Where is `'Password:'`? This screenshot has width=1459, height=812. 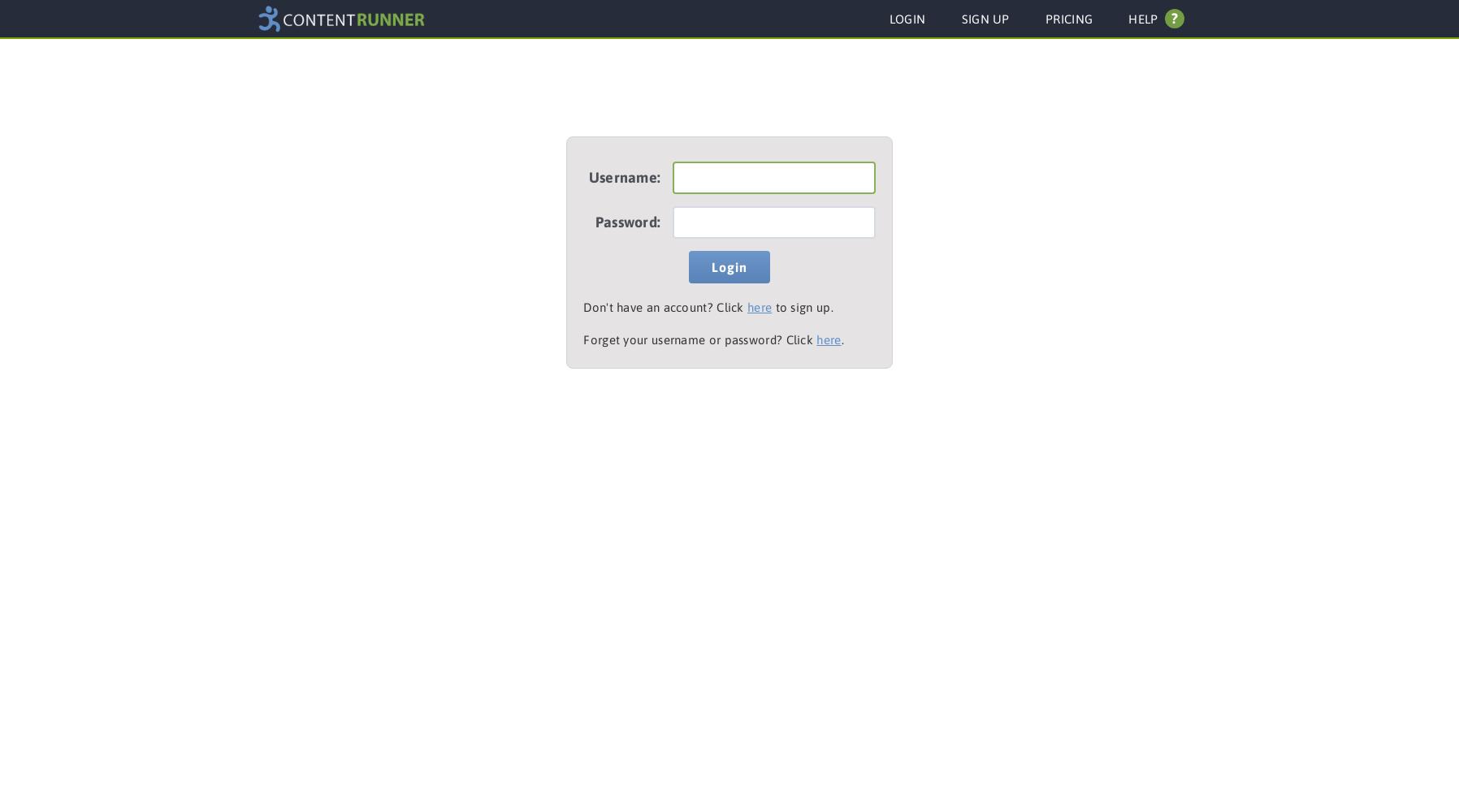 'Password:' is located at coordinates (627, 222).